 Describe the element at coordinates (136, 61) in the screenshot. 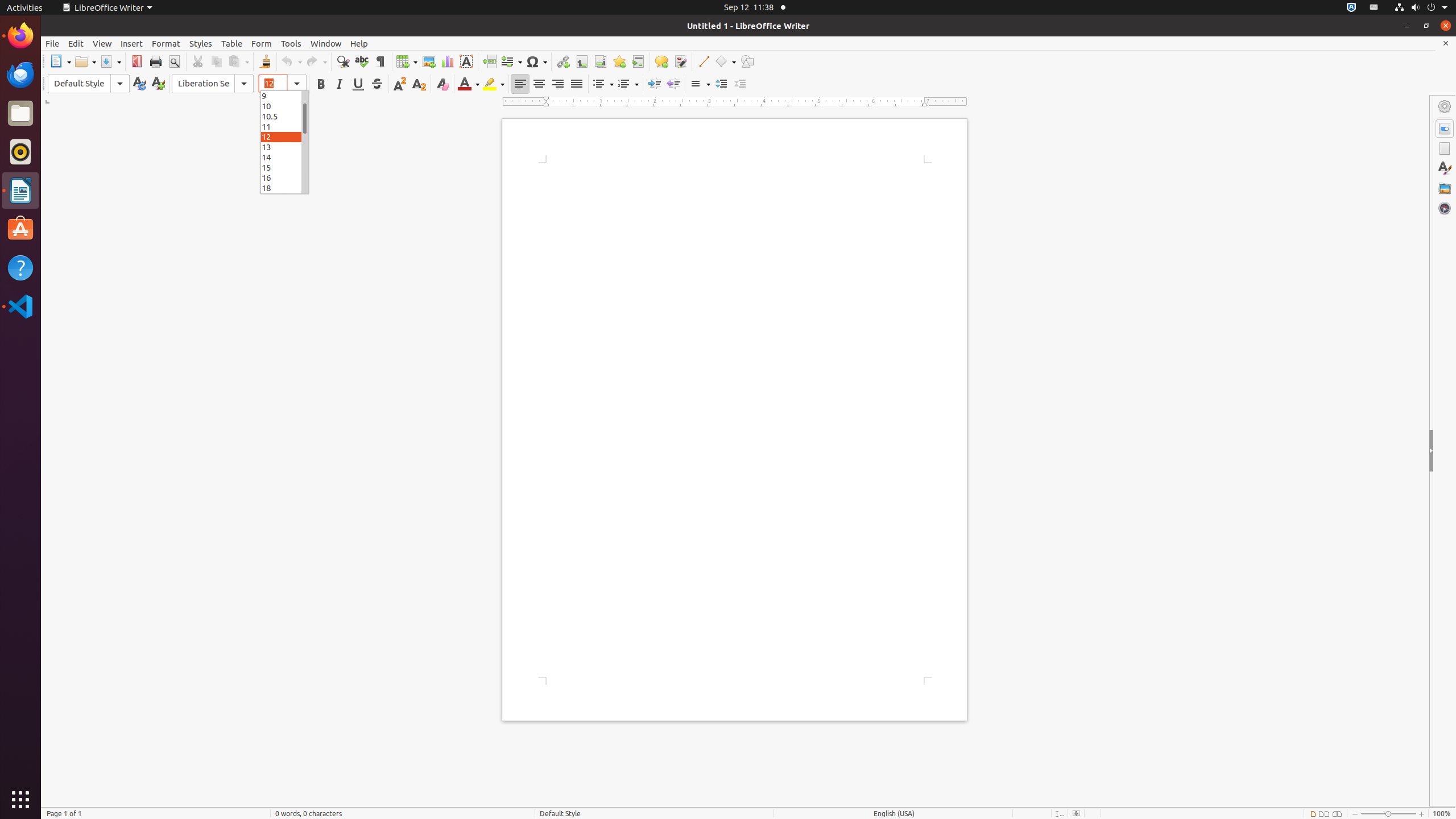

I see `'PDF'` at that location.